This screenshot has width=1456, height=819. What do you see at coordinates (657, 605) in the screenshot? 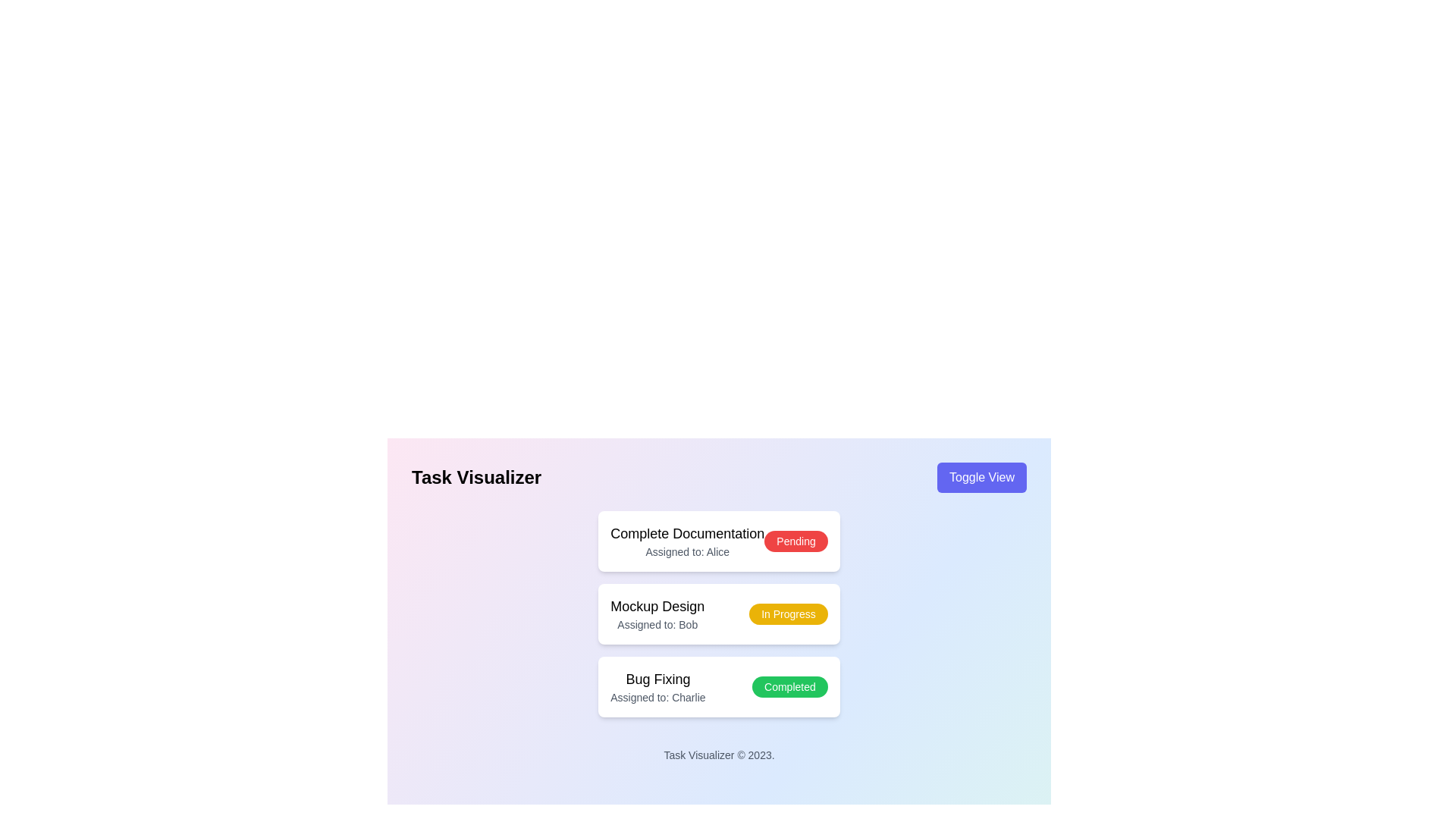
I see `text label displaying 'Mockup Design' located at the center of the middle task card in the vertical layout of task cards` at bounding box center [657, 605].